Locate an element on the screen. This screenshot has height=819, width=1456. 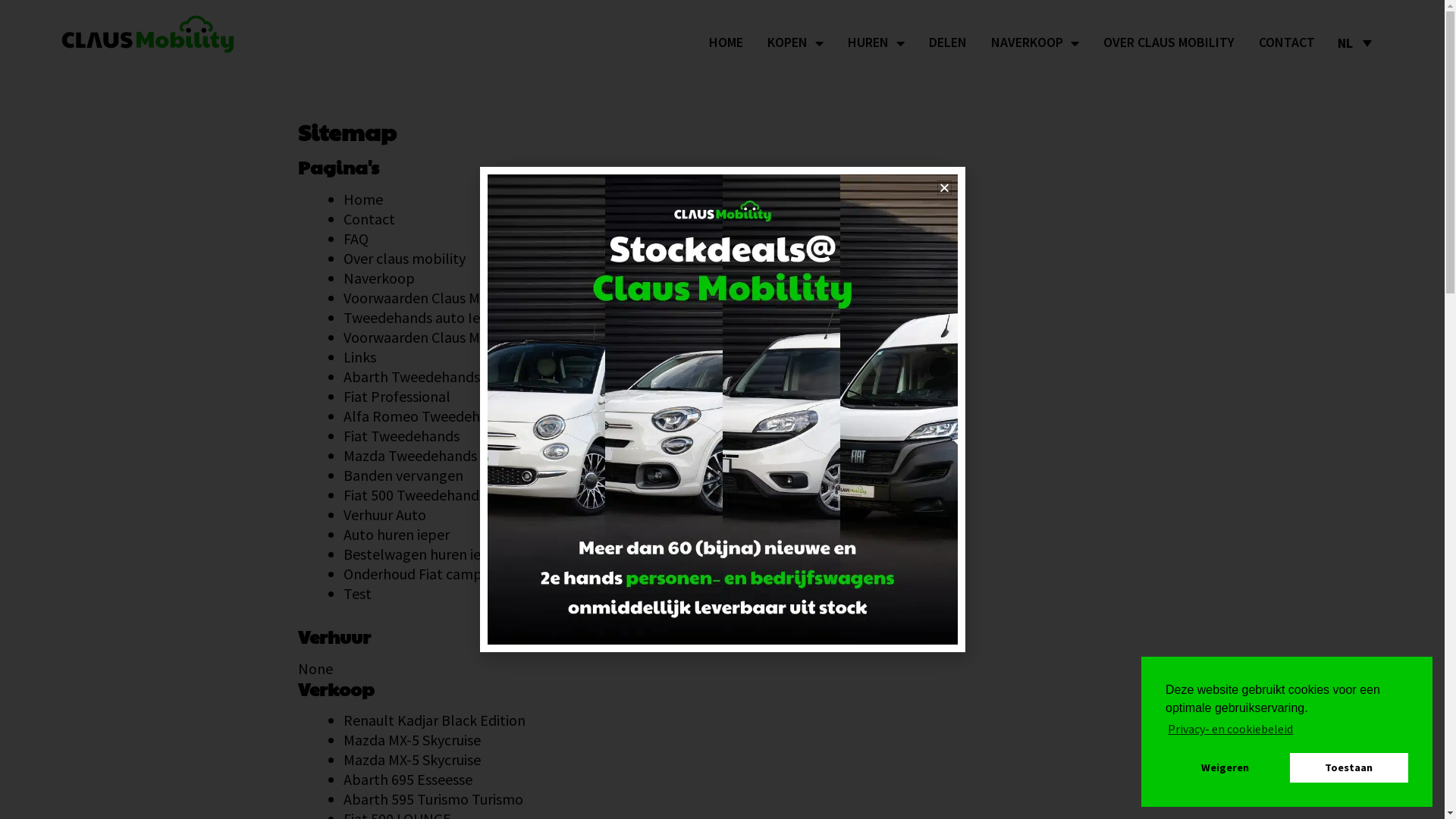
'Tweedehands auto Ieper' is located at coordinates (422, 316).